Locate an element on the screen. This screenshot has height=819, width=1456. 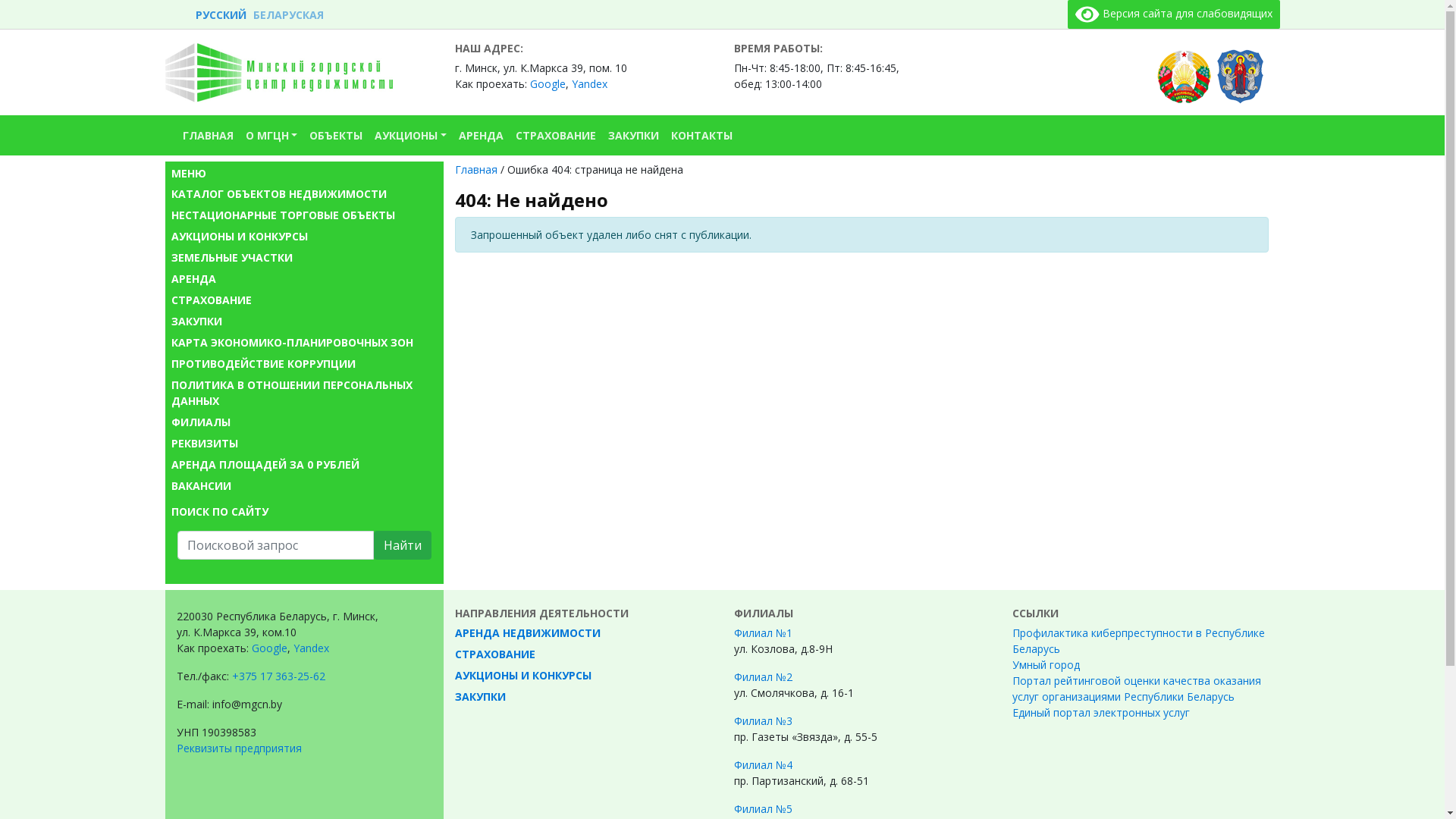
'Google' is located at coordinates (251, 648).